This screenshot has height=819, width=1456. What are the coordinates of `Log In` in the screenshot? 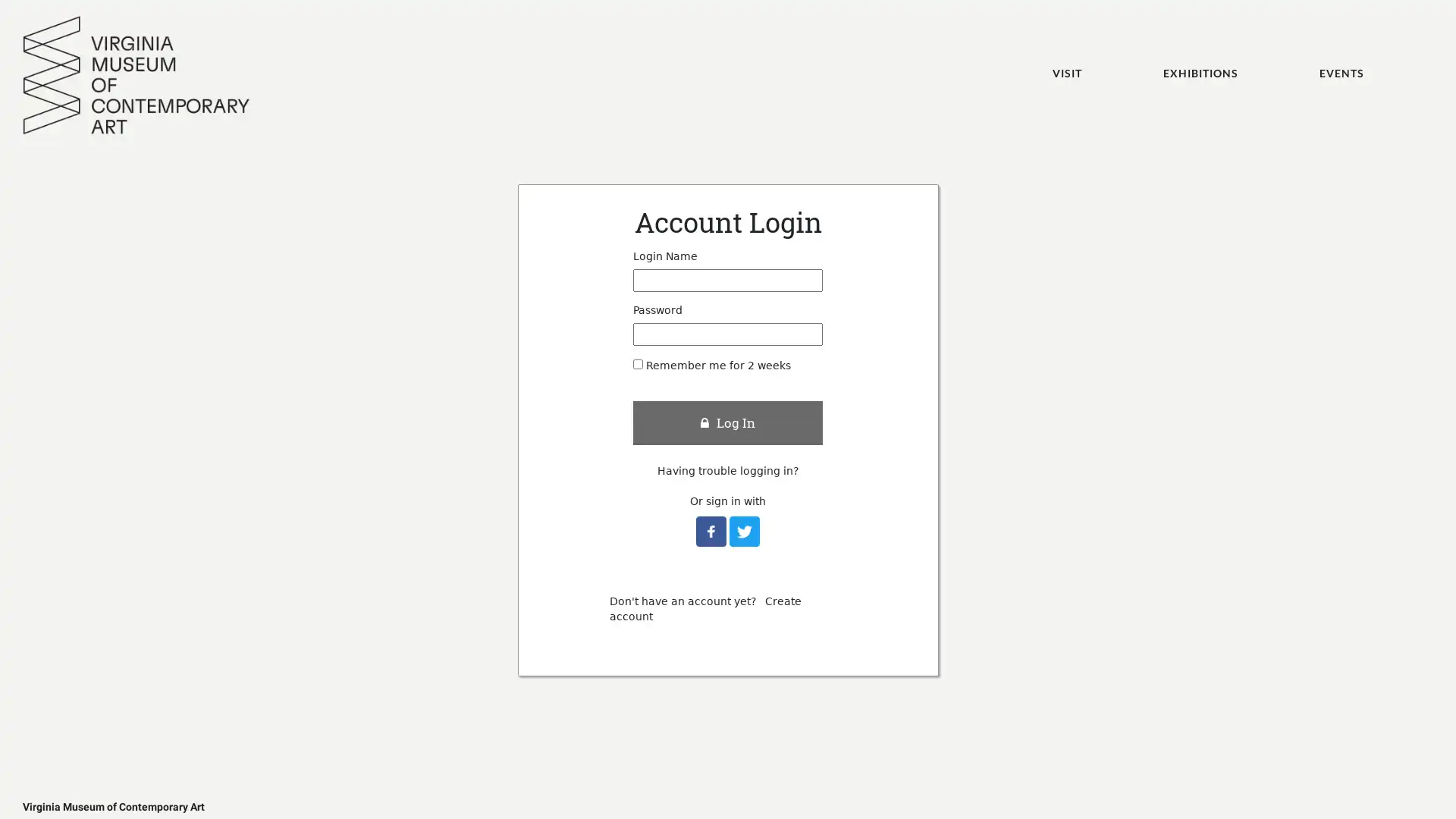 It's located at (728, 422).